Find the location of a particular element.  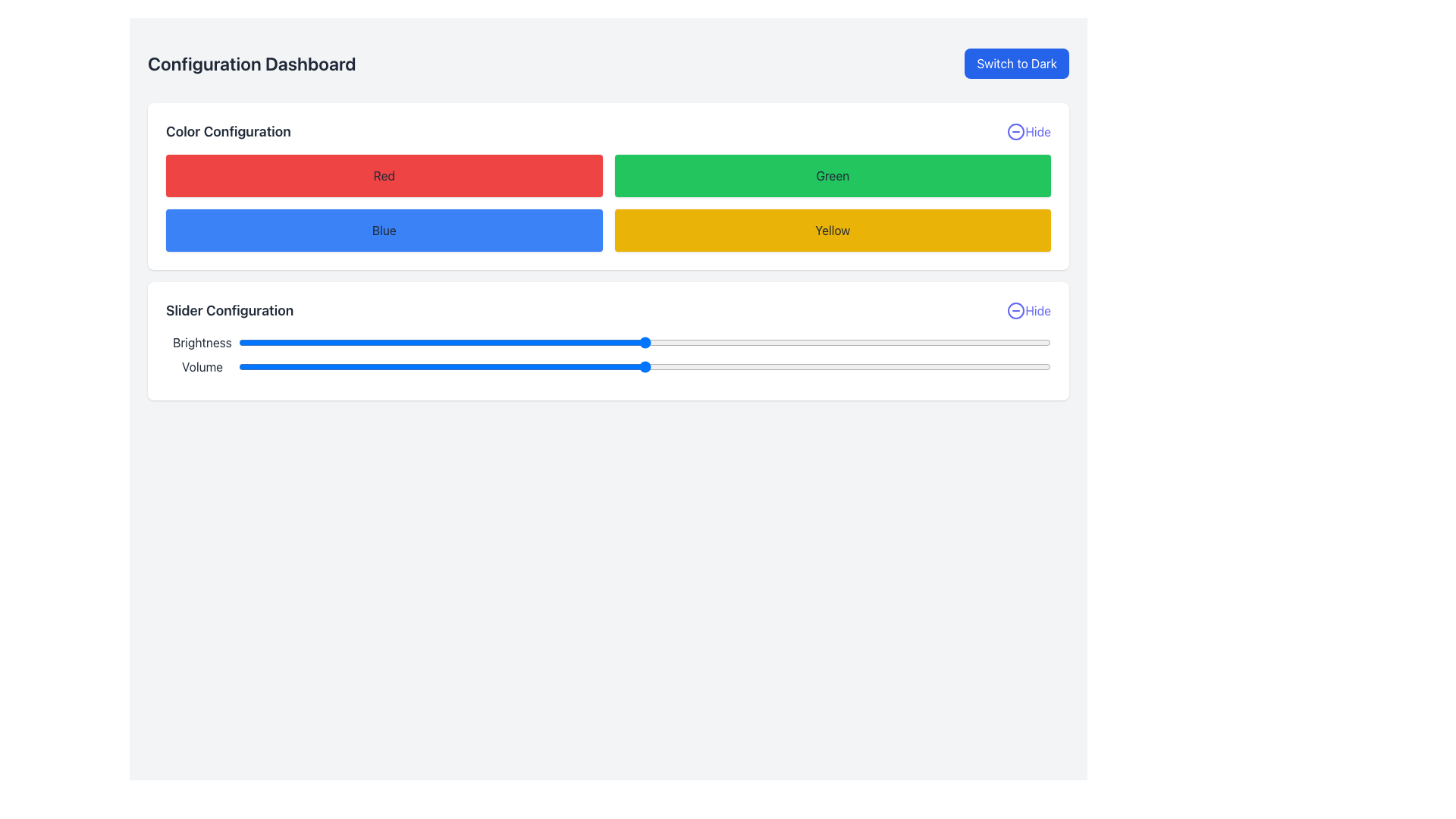

the slider value is located at coordinates (692, 366).